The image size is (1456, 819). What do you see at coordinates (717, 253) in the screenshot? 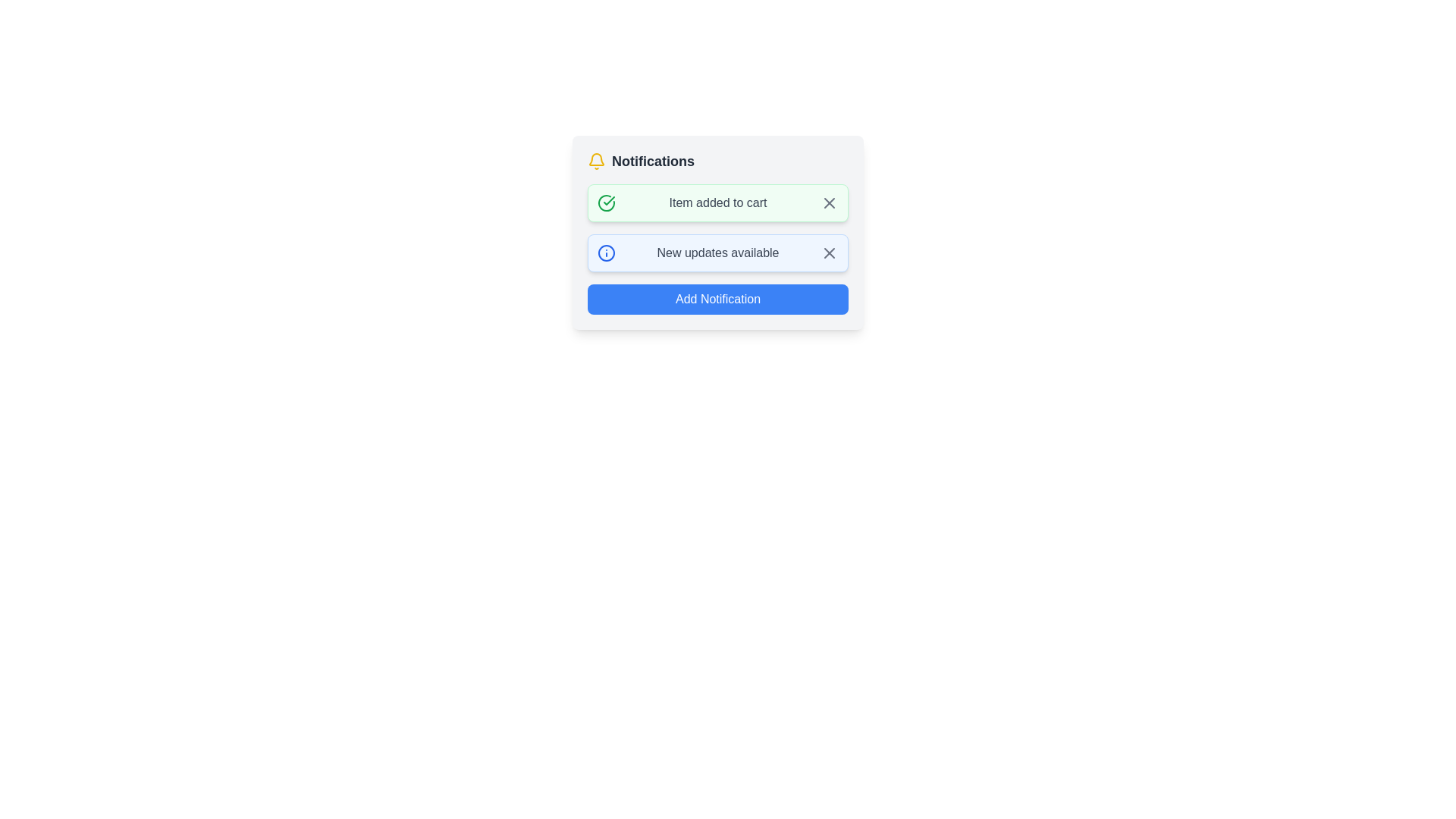
I see `the text label displaying 'New updates available' within the notification box that has a blue background and rounded corners` at bounding box center [717, 253].